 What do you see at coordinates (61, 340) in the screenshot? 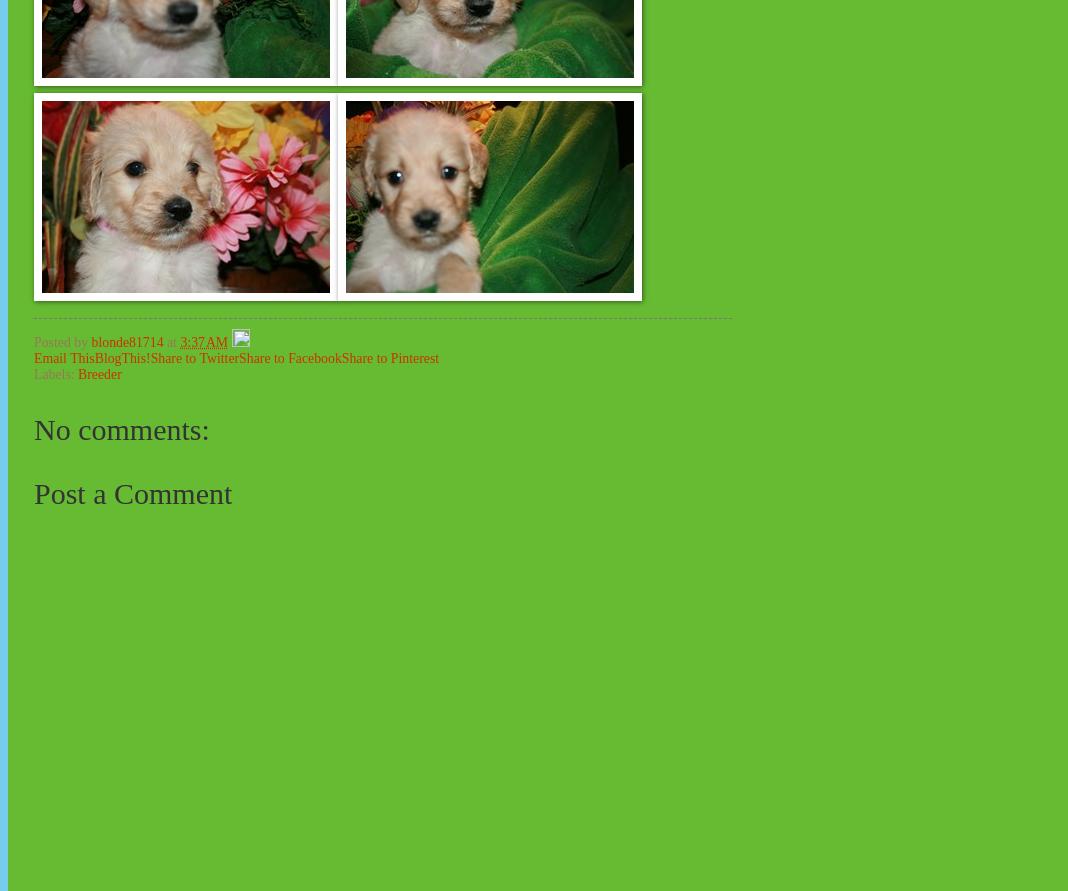
I see `'Posted by'` at bounding box center [61, 340].